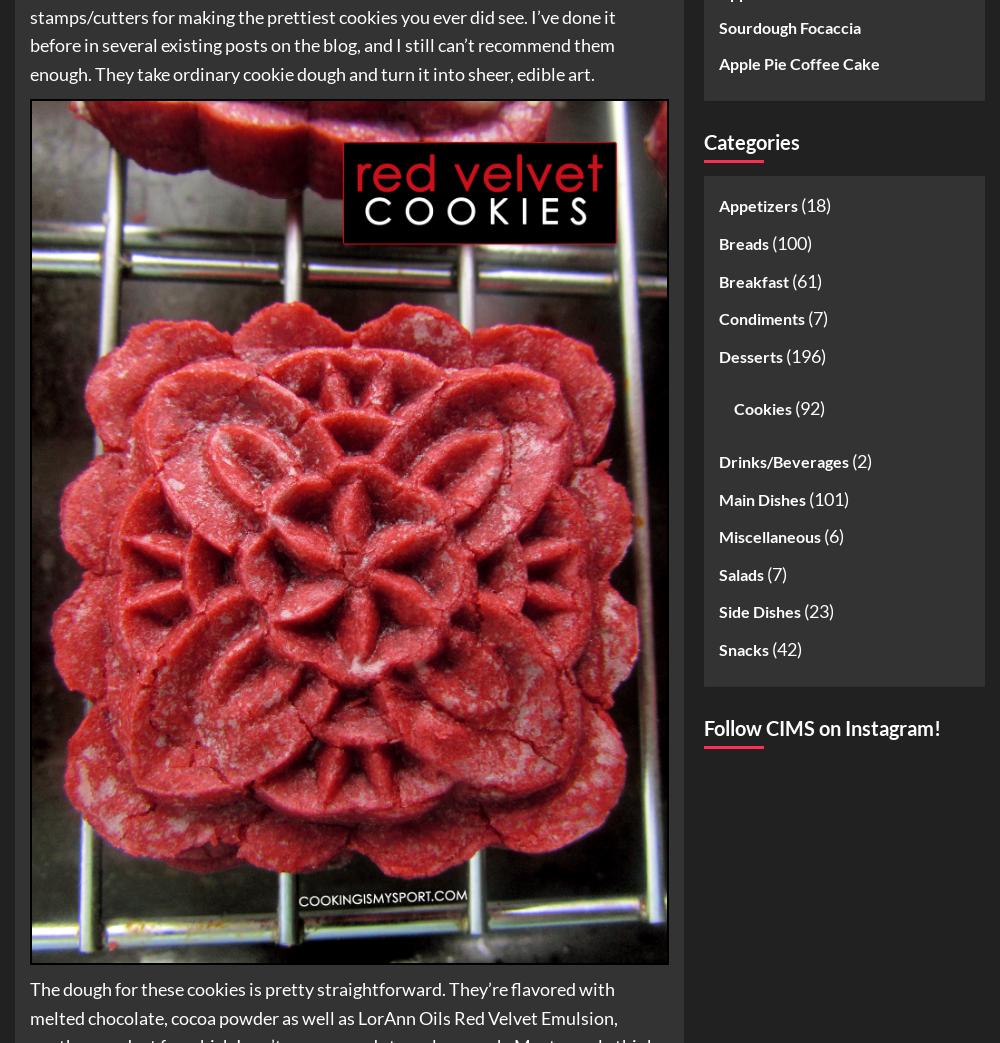 This screenshot has height=1043, width=1000. What do you see at coordinates (808, 408) in the screenshot?
I see `'(92)'` at bounding box center [808, 408].